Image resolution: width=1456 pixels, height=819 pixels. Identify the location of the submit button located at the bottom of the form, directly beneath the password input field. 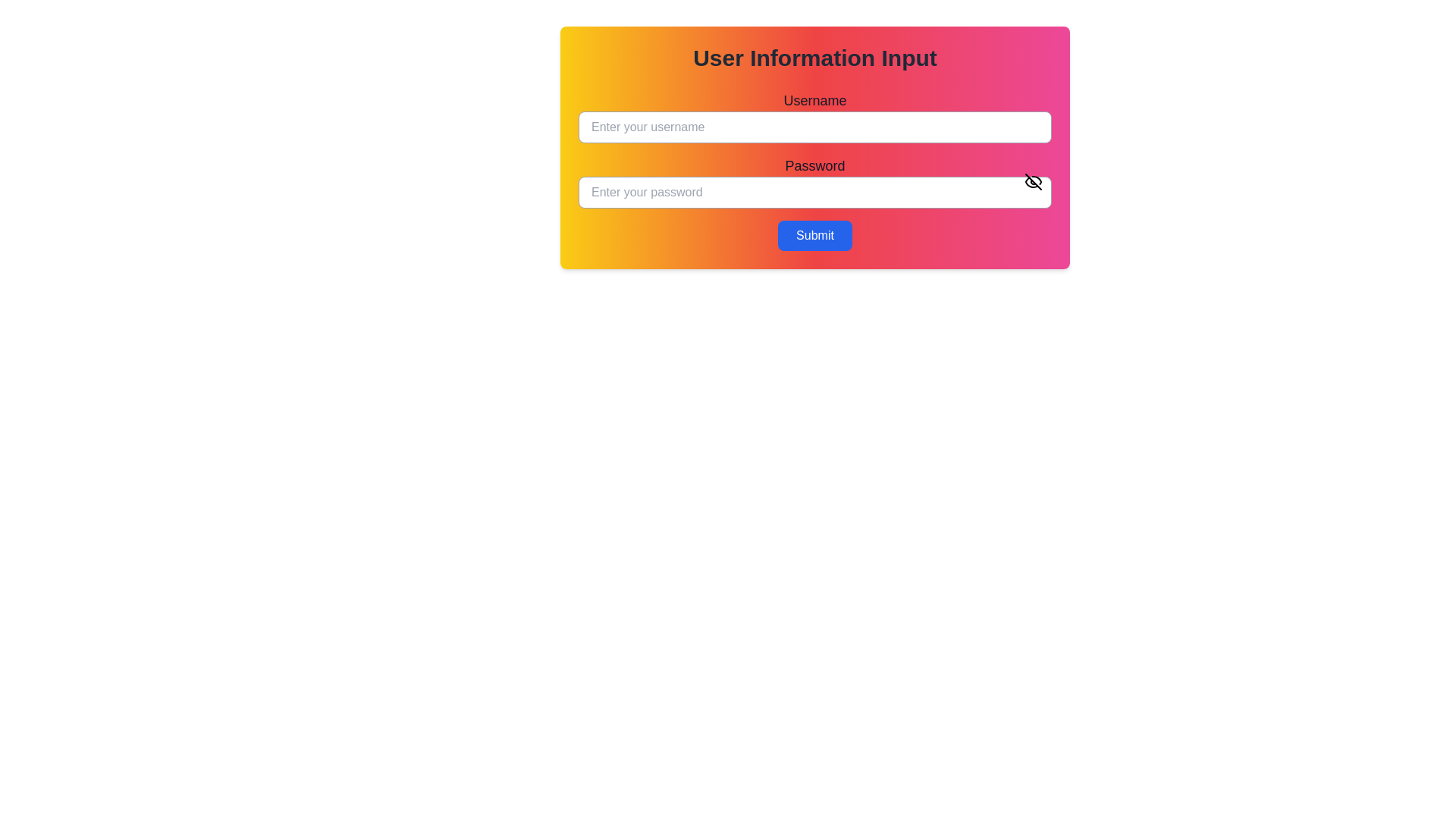
(814, 236).